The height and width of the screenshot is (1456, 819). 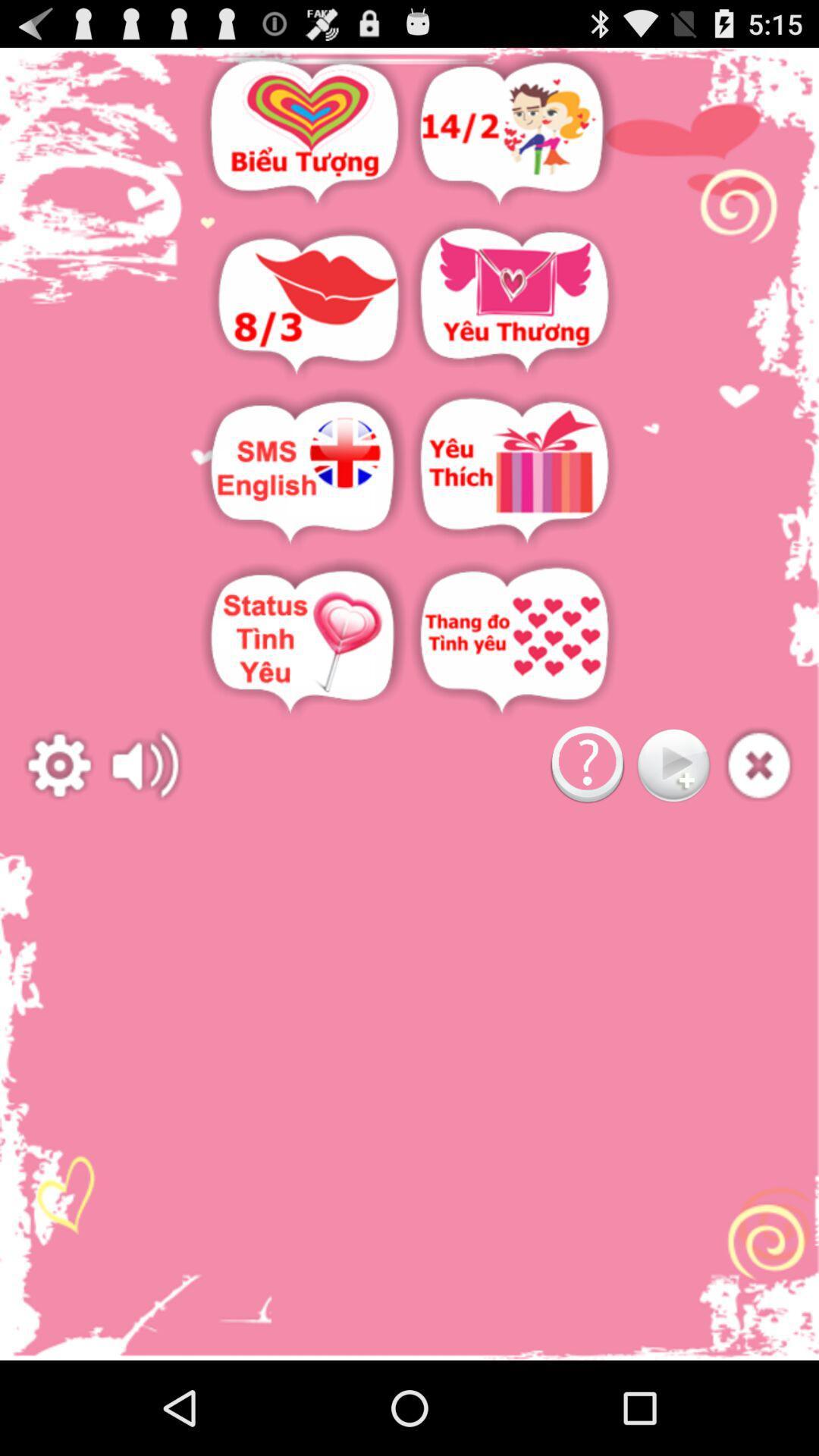 What do you see at coordinates (58, 765) in the screenshot?
I see `setting box` at bounding box center [58, 765].